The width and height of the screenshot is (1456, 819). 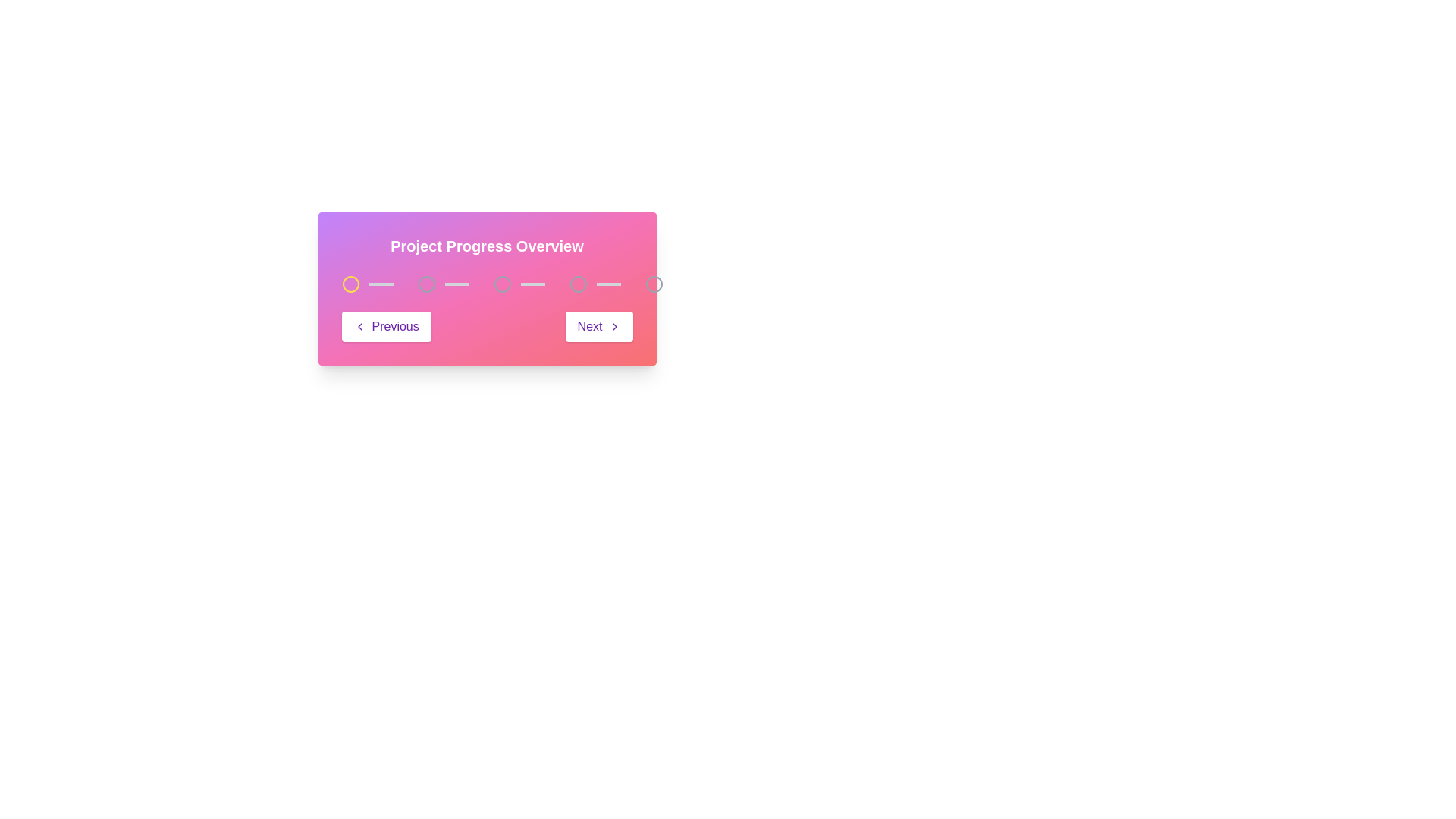 What do you see at coordinates (442, 284) in the screenshot?
I see `the second segment of the progress bar in the 'Project Progress Overview' section, which visually represents progress in a process` at bounding box center [442, 284].